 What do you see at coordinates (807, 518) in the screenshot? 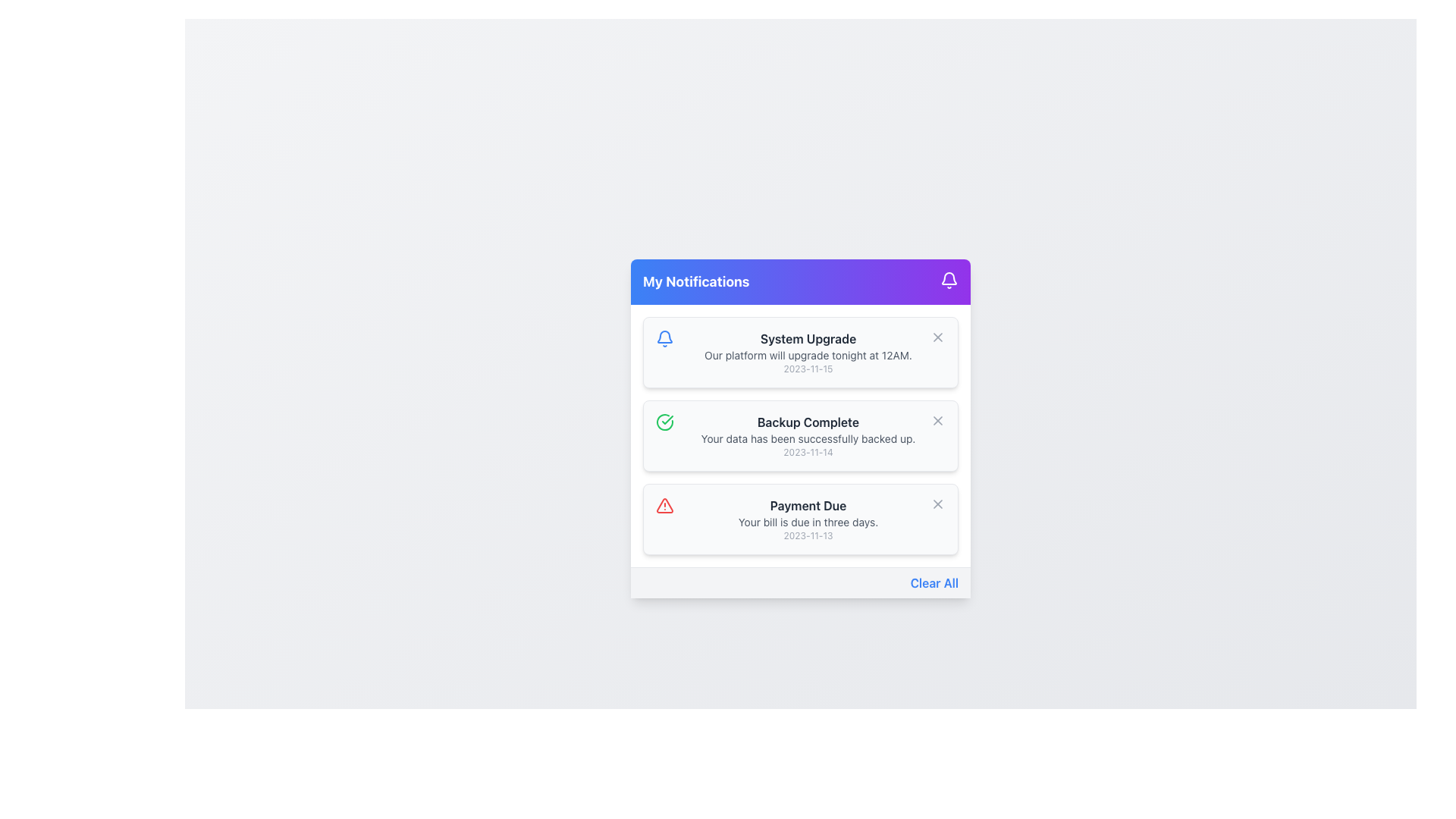
I see `the textual information card that provides due status of a bill, positioned below a red warning icon and above the close button in the 'My Notifications' panel` at bounding box center [807, 518].